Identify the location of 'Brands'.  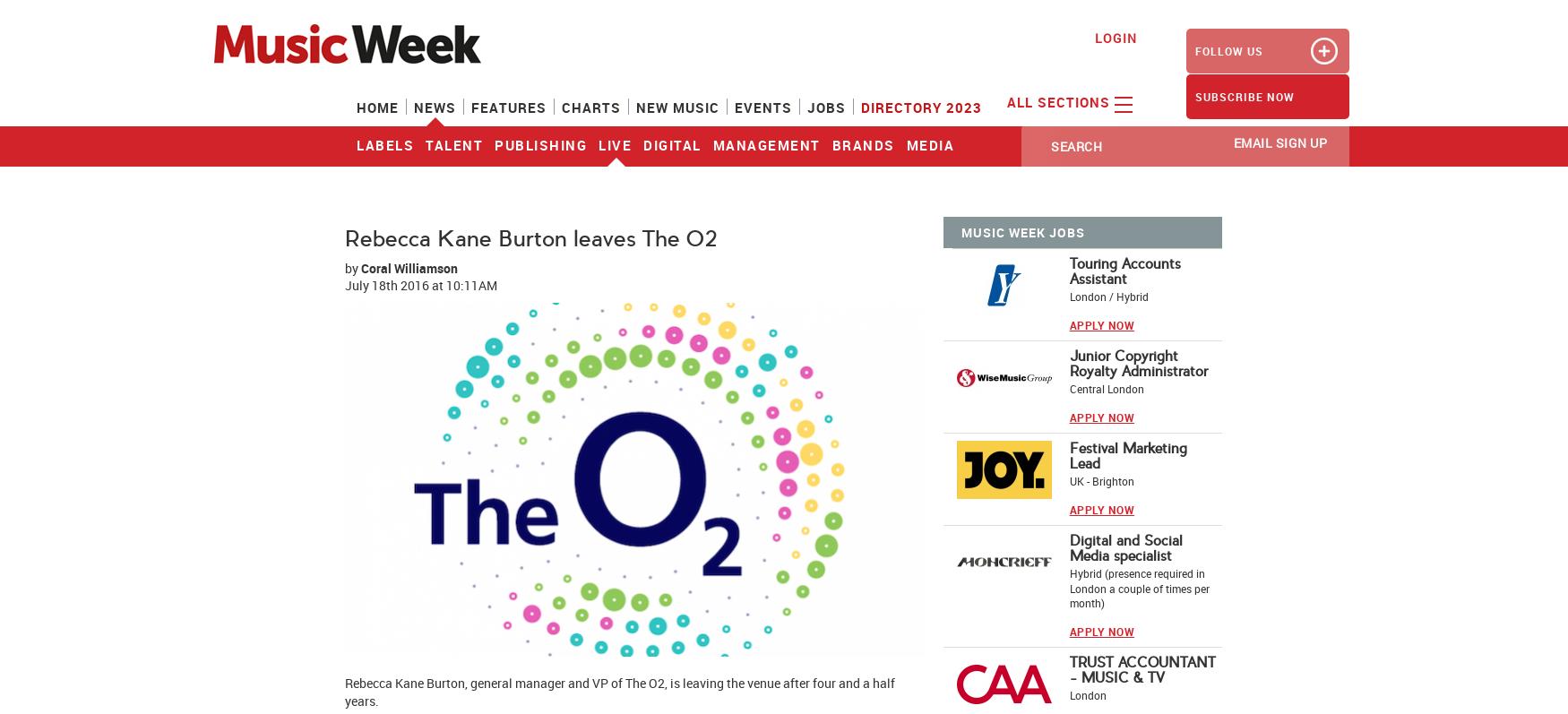
(863, 145).